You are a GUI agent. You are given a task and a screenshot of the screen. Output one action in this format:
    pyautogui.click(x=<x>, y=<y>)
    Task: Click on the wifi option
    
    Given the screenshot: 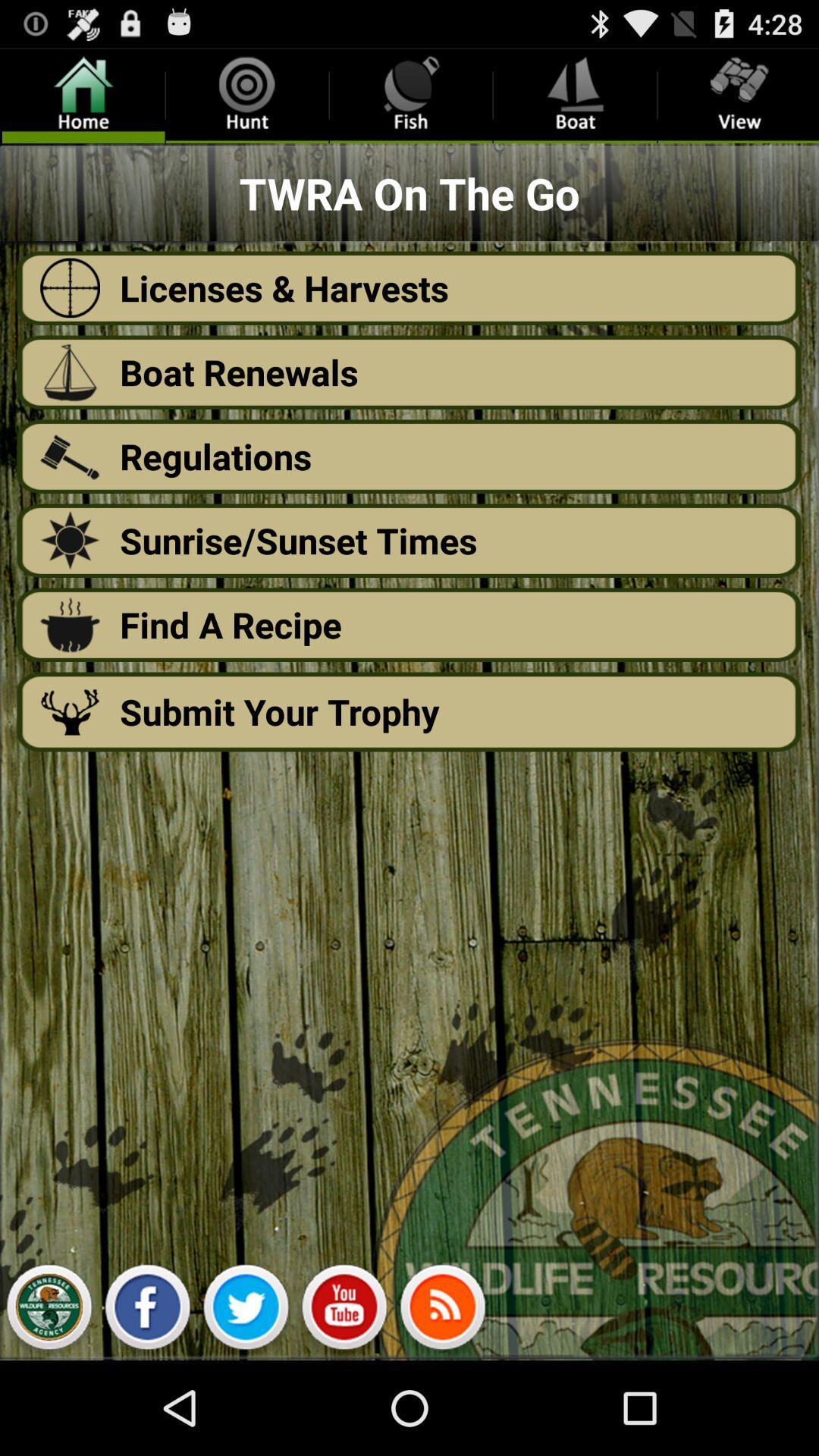 What is the action you would take?
    pyautogui.click(x=442, y=1310)
    